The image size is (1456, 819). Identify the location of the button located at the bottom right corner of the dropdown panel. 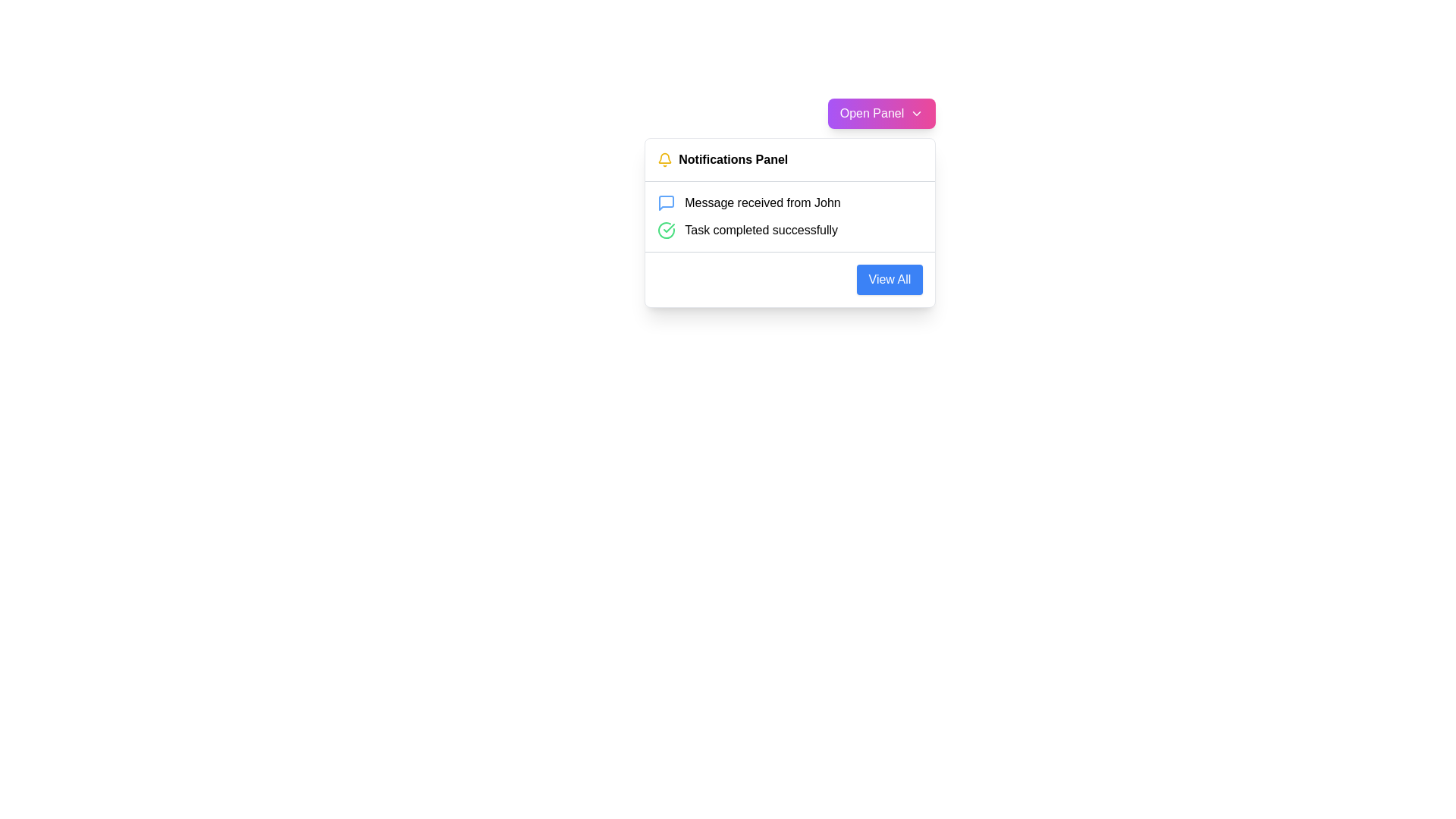
(890, 280).